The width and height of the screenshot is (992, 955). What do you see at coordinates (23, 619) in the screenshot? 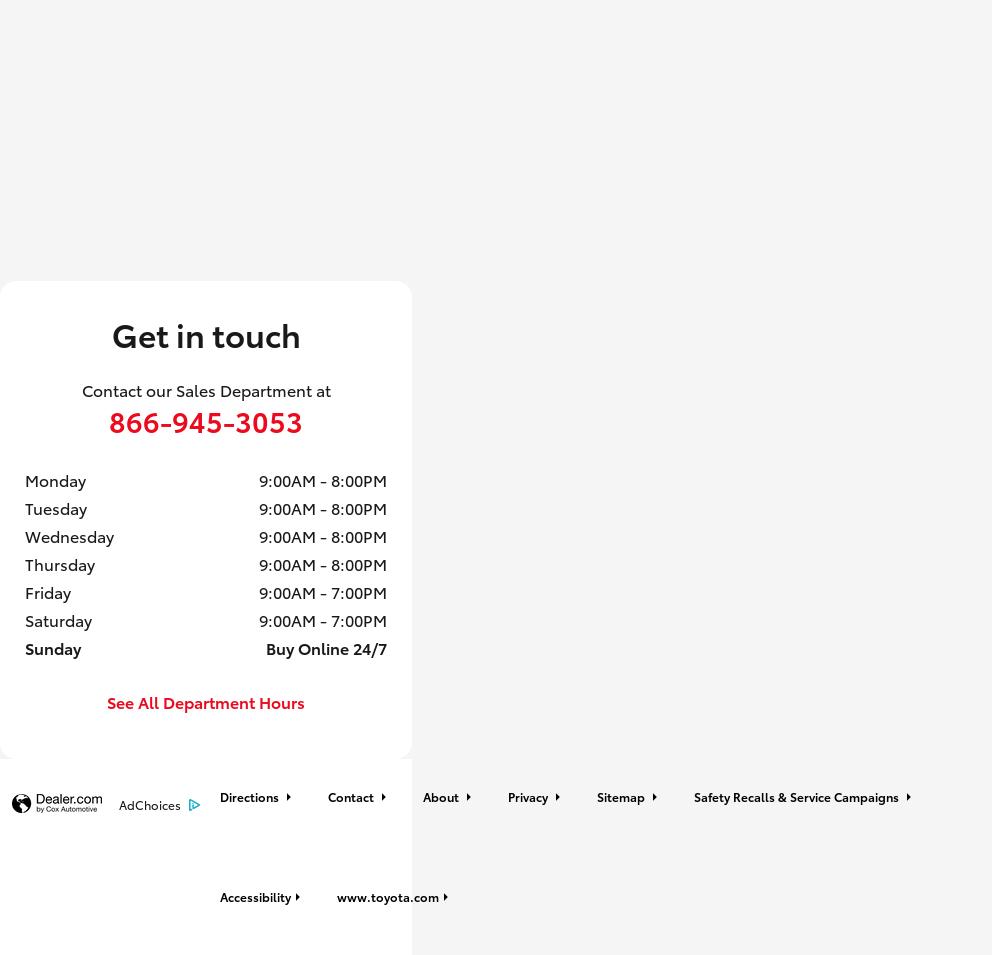
I see `'Saturday'` at bounding box center [23, 619].